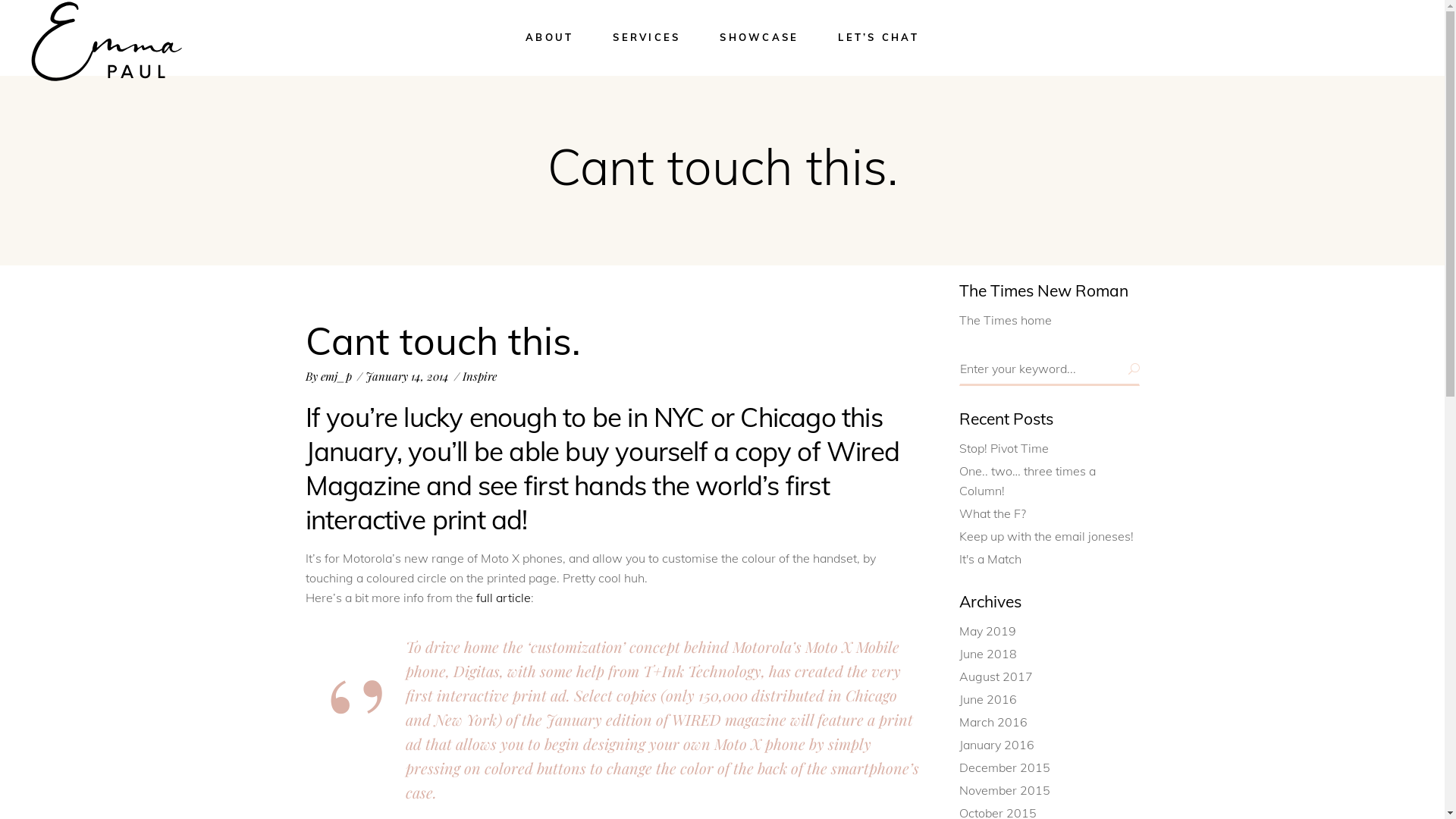 The width and height of the screenshot is (1456, 819). Describe the element at coordinates (990, 558) in the screenshot. I see `'It's a Match'` at that location.